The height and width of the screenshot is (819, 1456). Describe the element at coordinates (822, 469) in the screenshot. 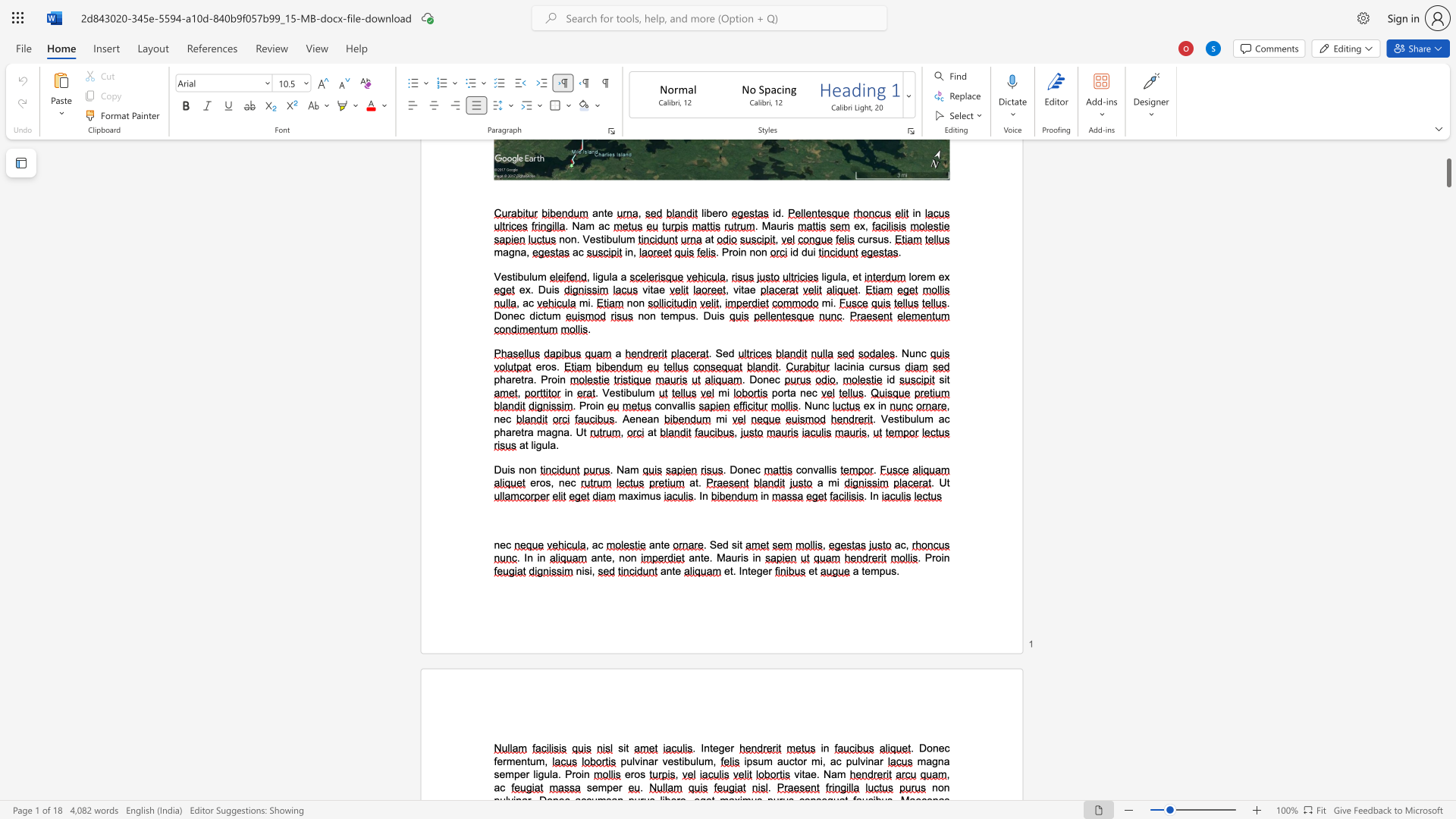

I see `the space between the continuous character "a" and "l" in the text` at that location.